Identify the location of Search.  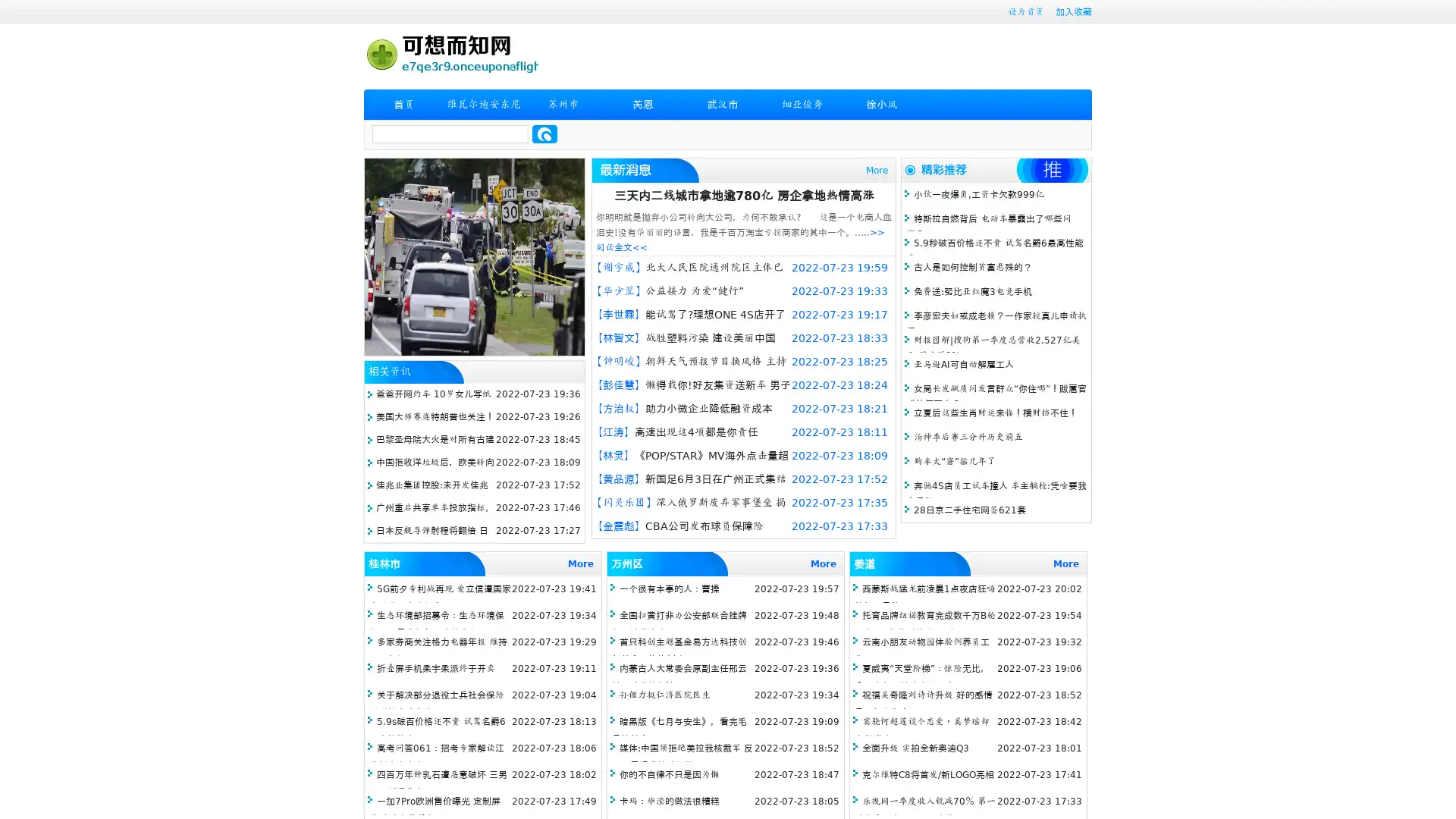
(544, 133).